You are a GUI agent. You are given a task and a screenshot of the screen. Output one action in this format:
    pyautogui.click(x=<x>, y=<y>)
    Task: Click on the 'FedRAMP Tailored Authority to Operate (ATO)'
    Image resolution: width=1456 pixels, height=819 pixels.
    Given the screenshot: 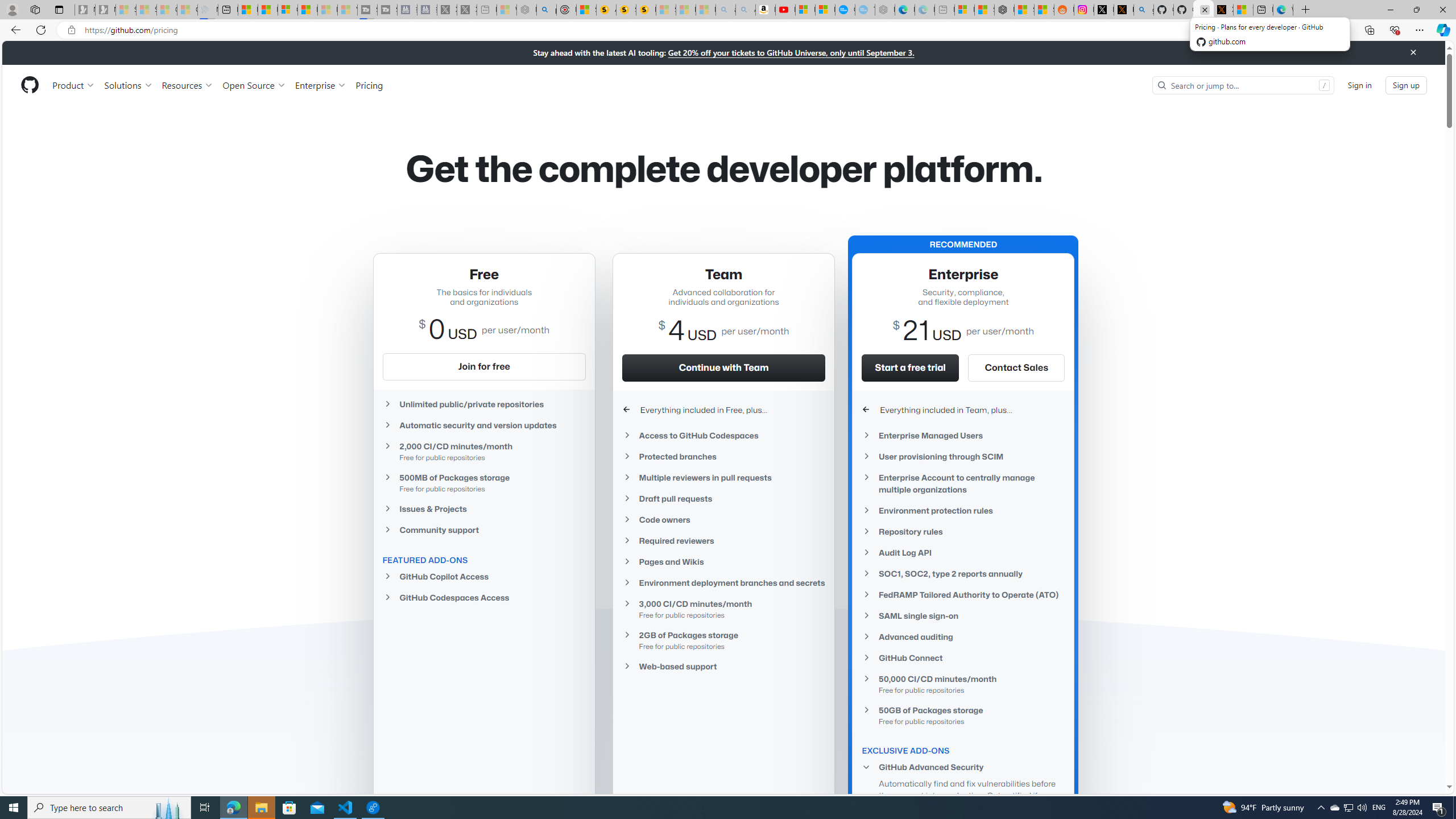 What is the action you would take?
    pyautogui.click(x=963, y=594)
    